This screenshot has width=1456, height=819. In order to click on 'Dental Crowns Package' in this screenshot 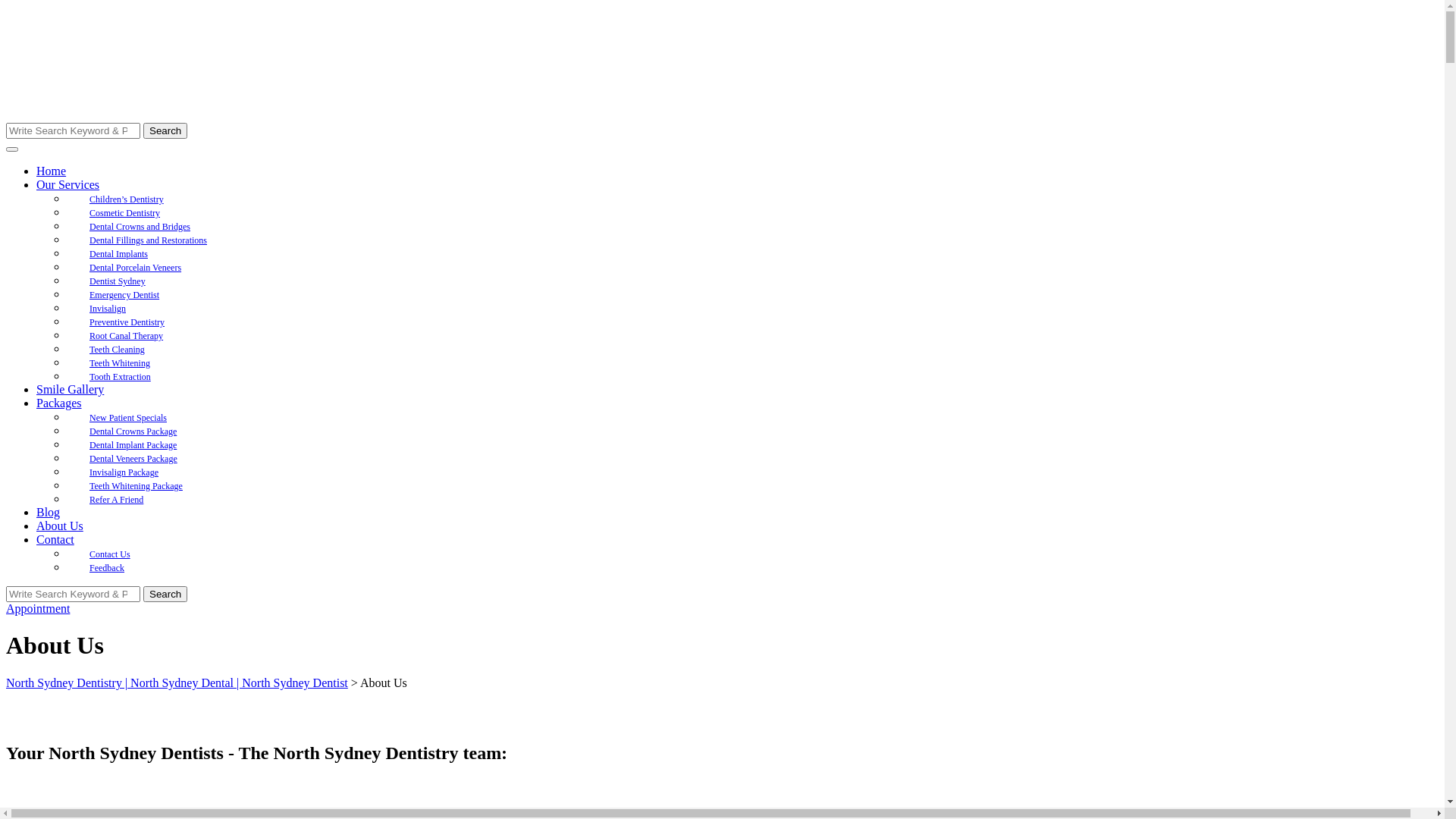, I will do `click(65, 431)`.